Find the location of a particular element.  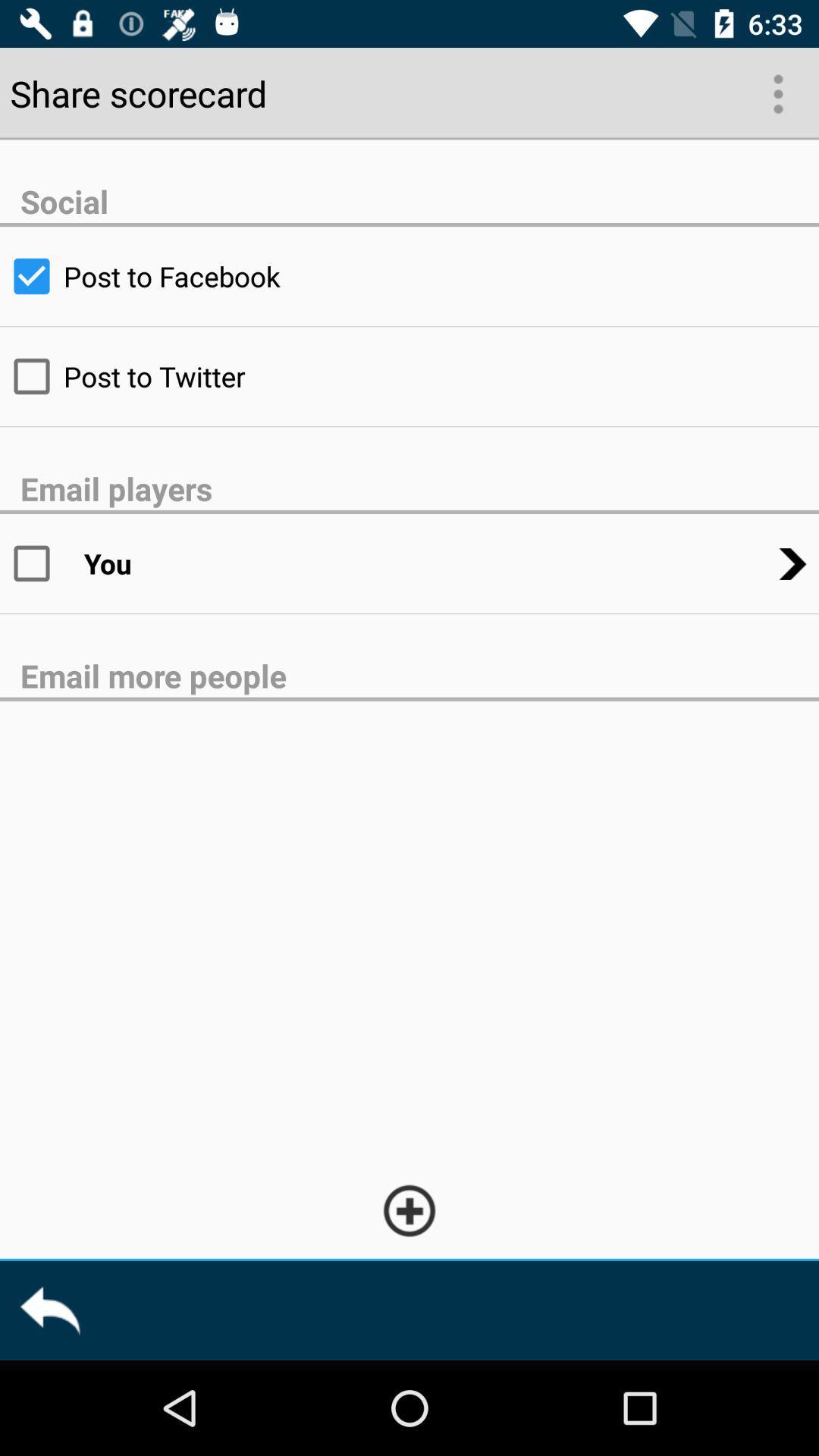

the reply icon is located at coordinates (49, 1310).